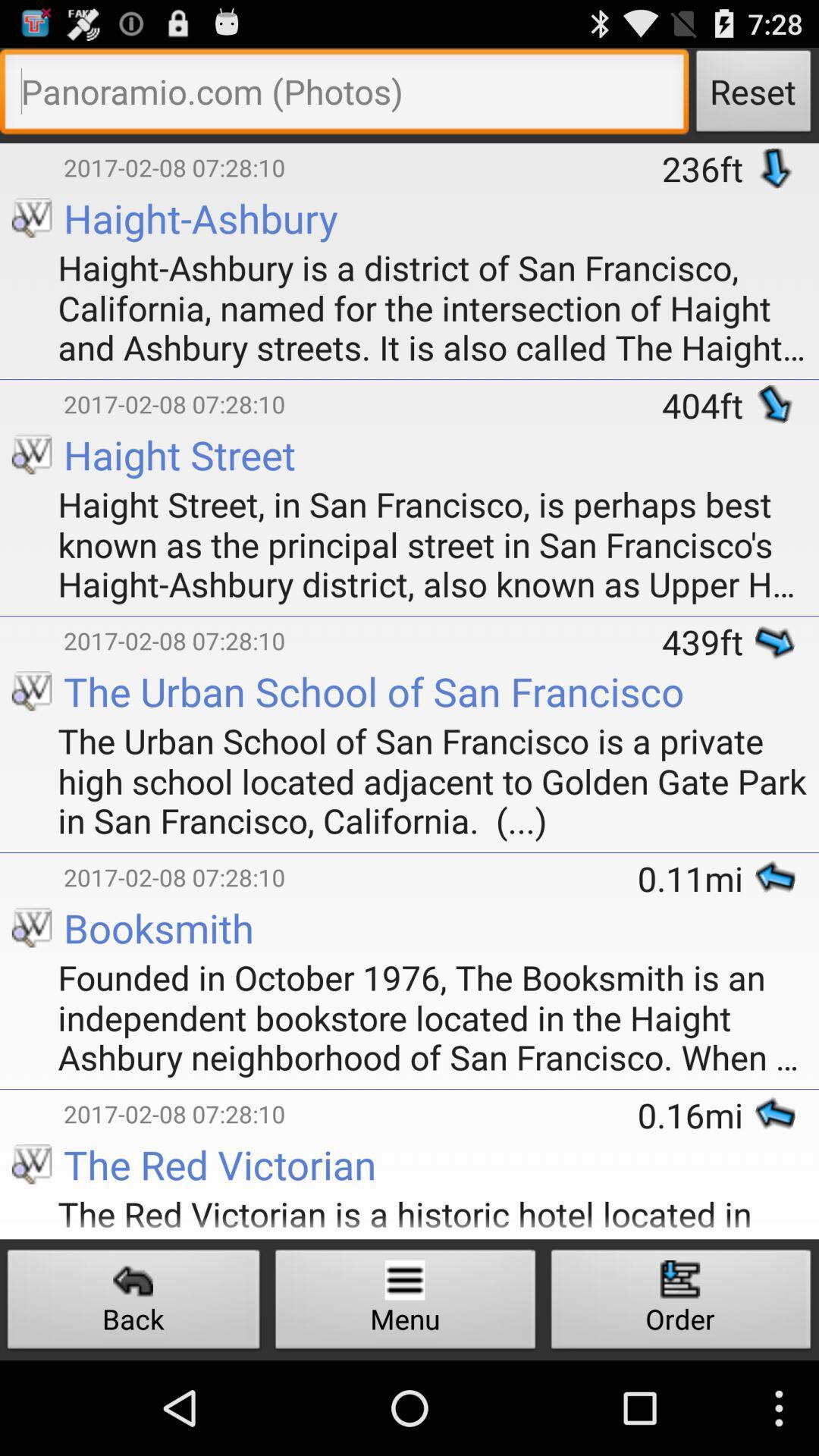 The height and width of the screenshot is (1456, 819). Describe the element at coordinates (344, 94) in the screenshot. I see `reset` at that location.